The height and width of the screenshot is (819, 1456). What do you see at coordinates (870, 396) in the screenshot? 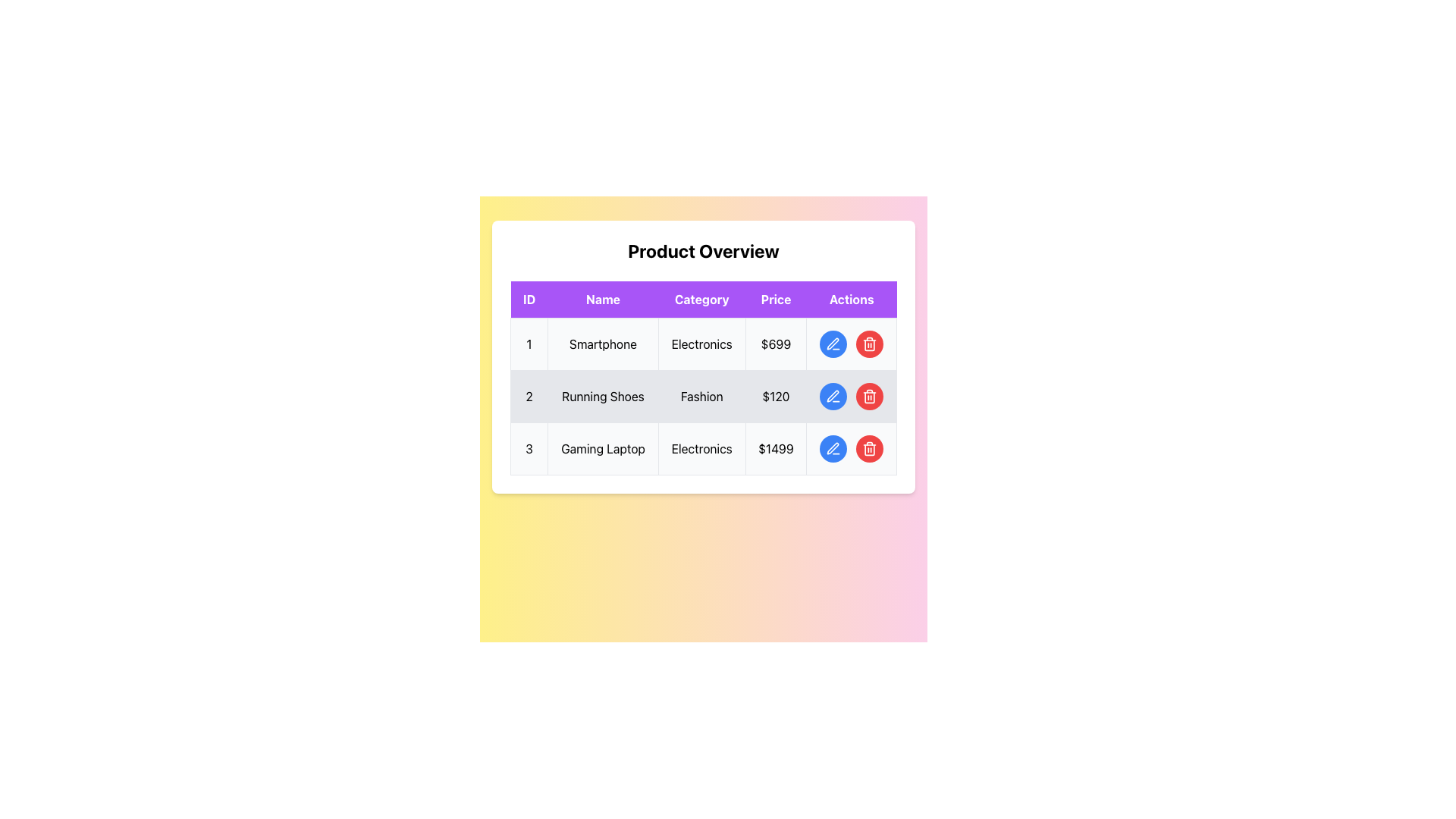
I see `the trash icon button with a red circular background located in the 'Actions' column of the data table` at bounding box center [870, 396].